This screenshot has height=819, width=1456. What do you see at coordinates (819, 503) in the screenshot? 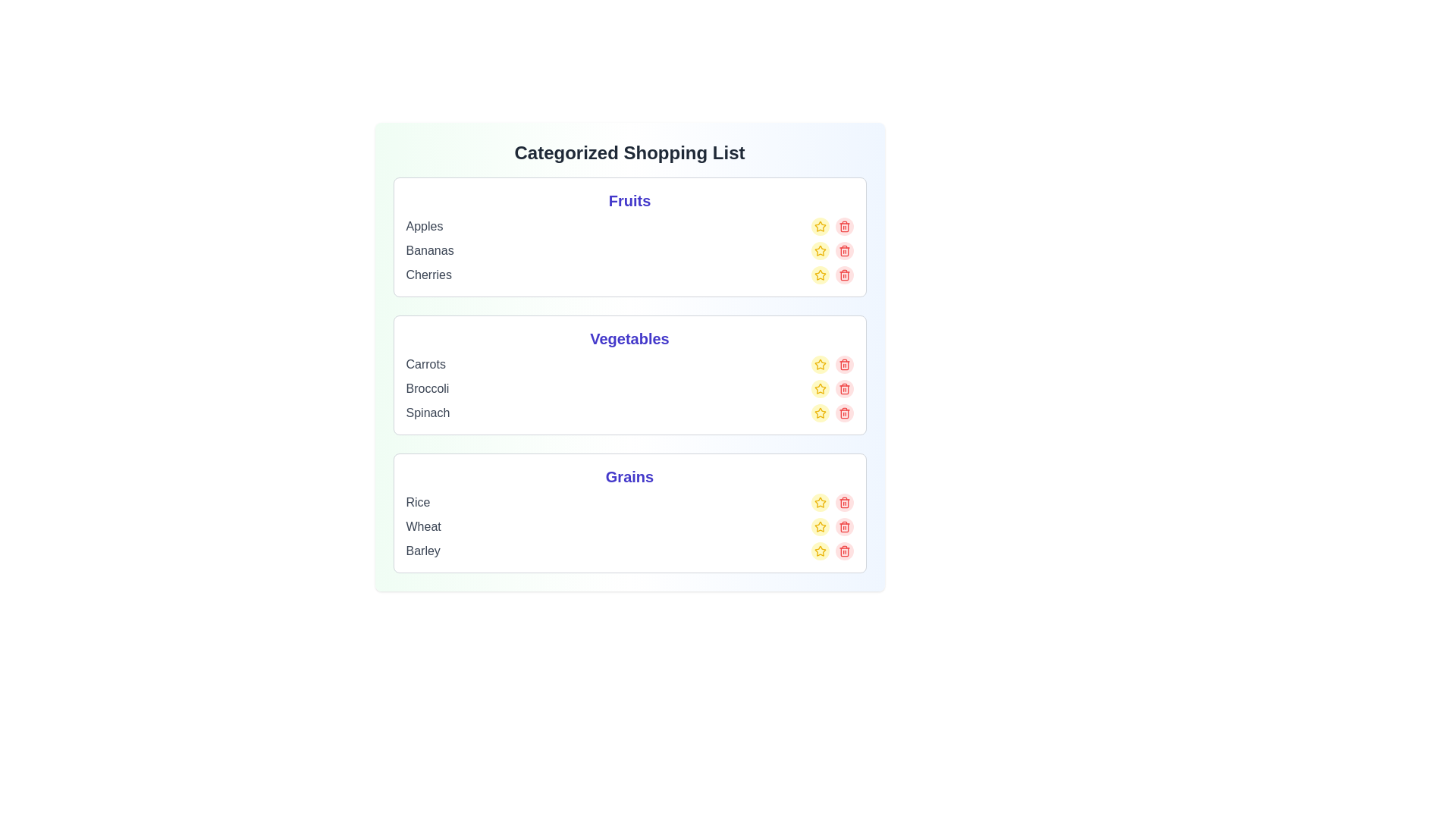
I see `the star icon of the item Rice to mark it as favorite` at bounding box center [819, 503].